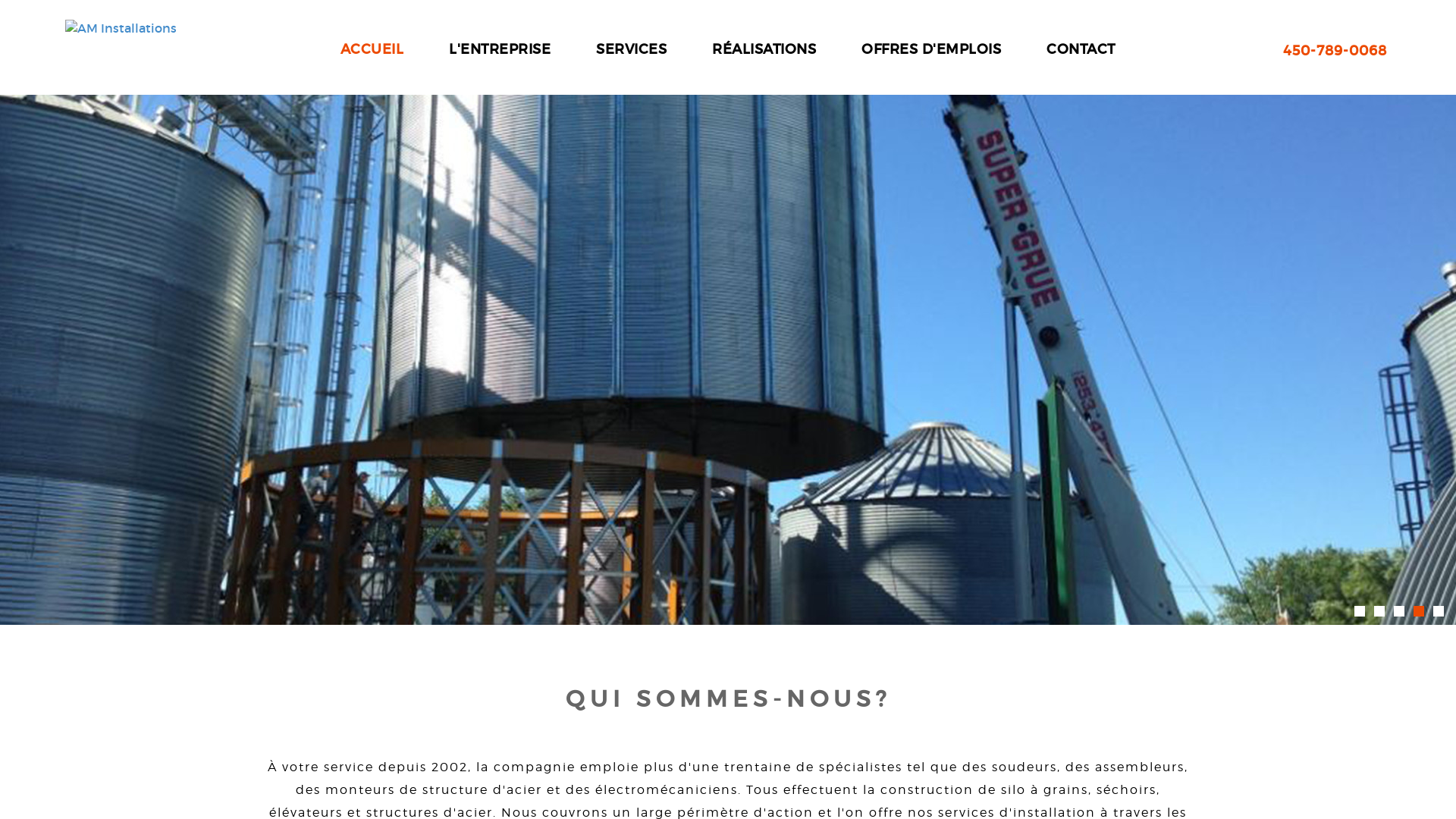 The height and width of the screenshot is (819, 1456). What do you see at coordinates (1412, 610) in the screenshot?
I see `'4'` at bounding box center [1412, 610].